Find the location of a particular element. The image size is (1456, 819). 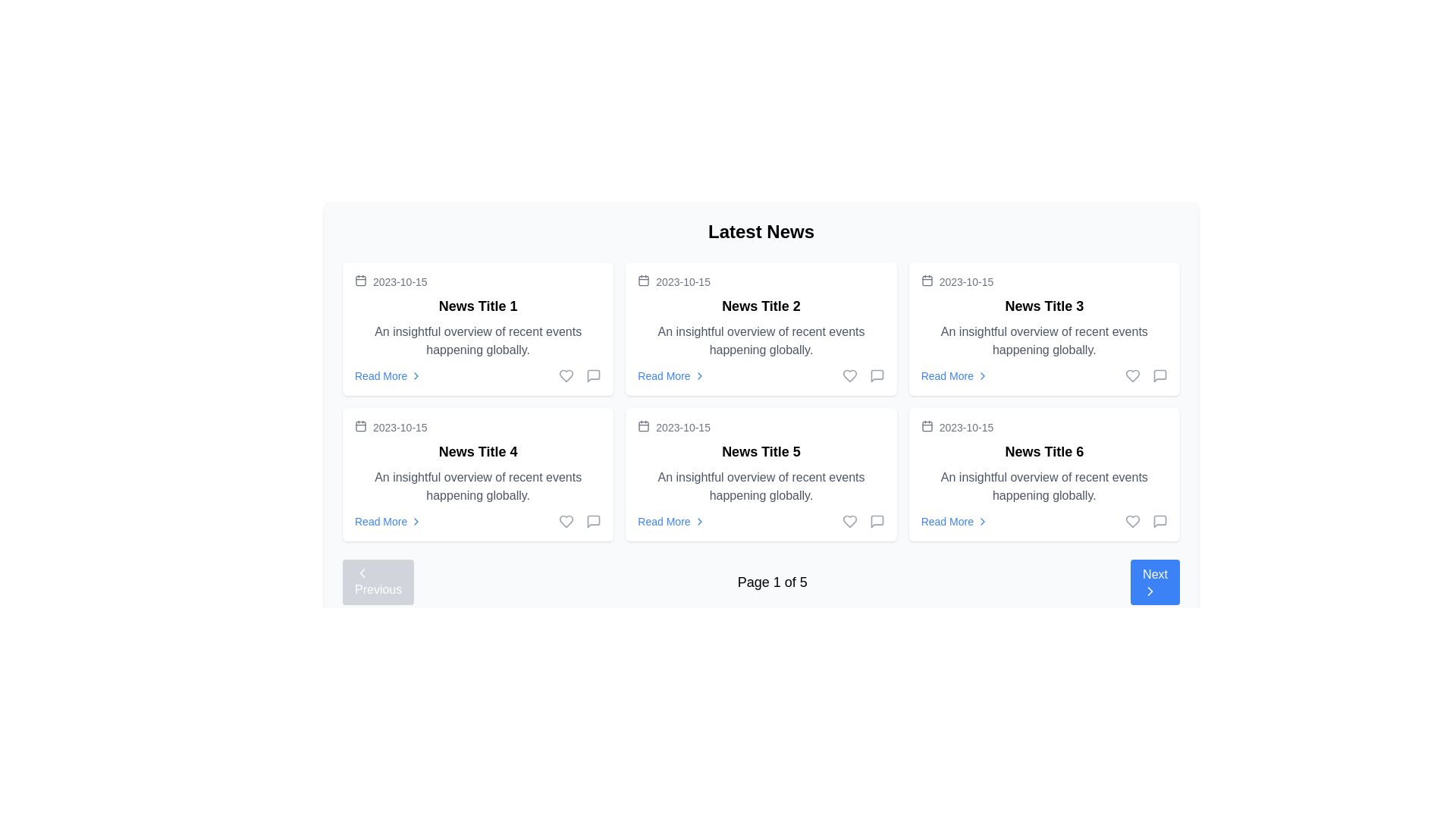

the heart-shaped icon located at the bottom-right corner of the card titled 'News Title 5' is located at coordinates (566, 520).